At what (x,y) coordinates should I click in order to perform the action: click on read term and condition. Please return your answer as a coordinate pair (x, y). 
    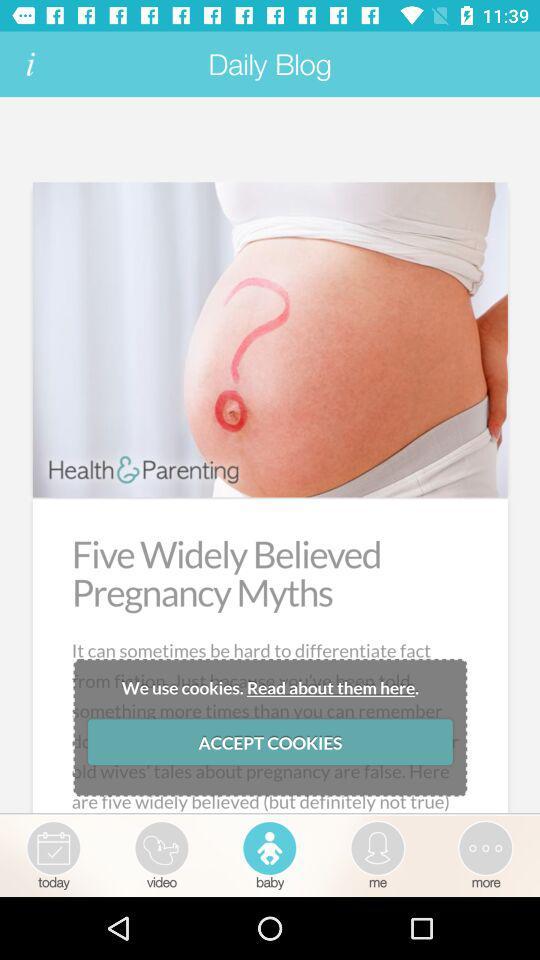
    Looking at the image, I should click on (29, 64).